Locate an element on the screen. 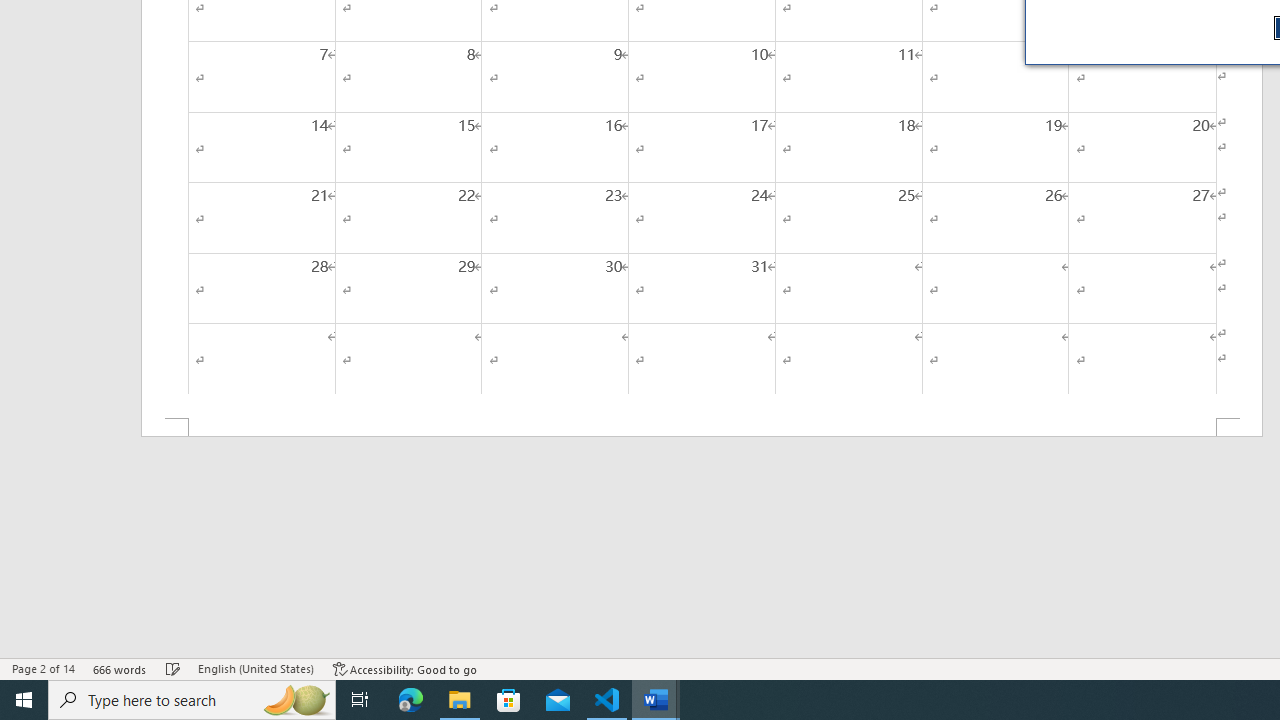 The height and width of the screenshot is (720, 1280). 'Page Number Page 2 of 14' is located at coordinates (43, 669).